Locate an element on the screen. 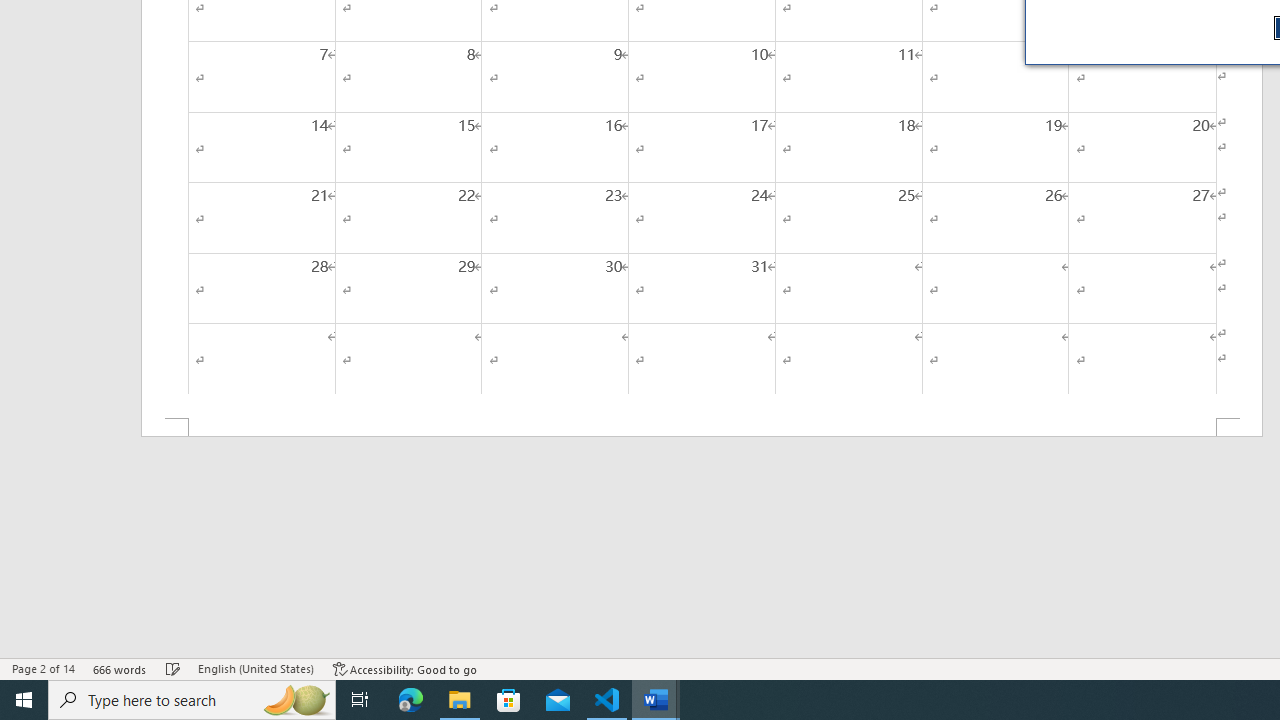 The height and width of the screenshot is (720, 1280). 'Page Number Page 2 of 14' is located at coordinates (43, 669).